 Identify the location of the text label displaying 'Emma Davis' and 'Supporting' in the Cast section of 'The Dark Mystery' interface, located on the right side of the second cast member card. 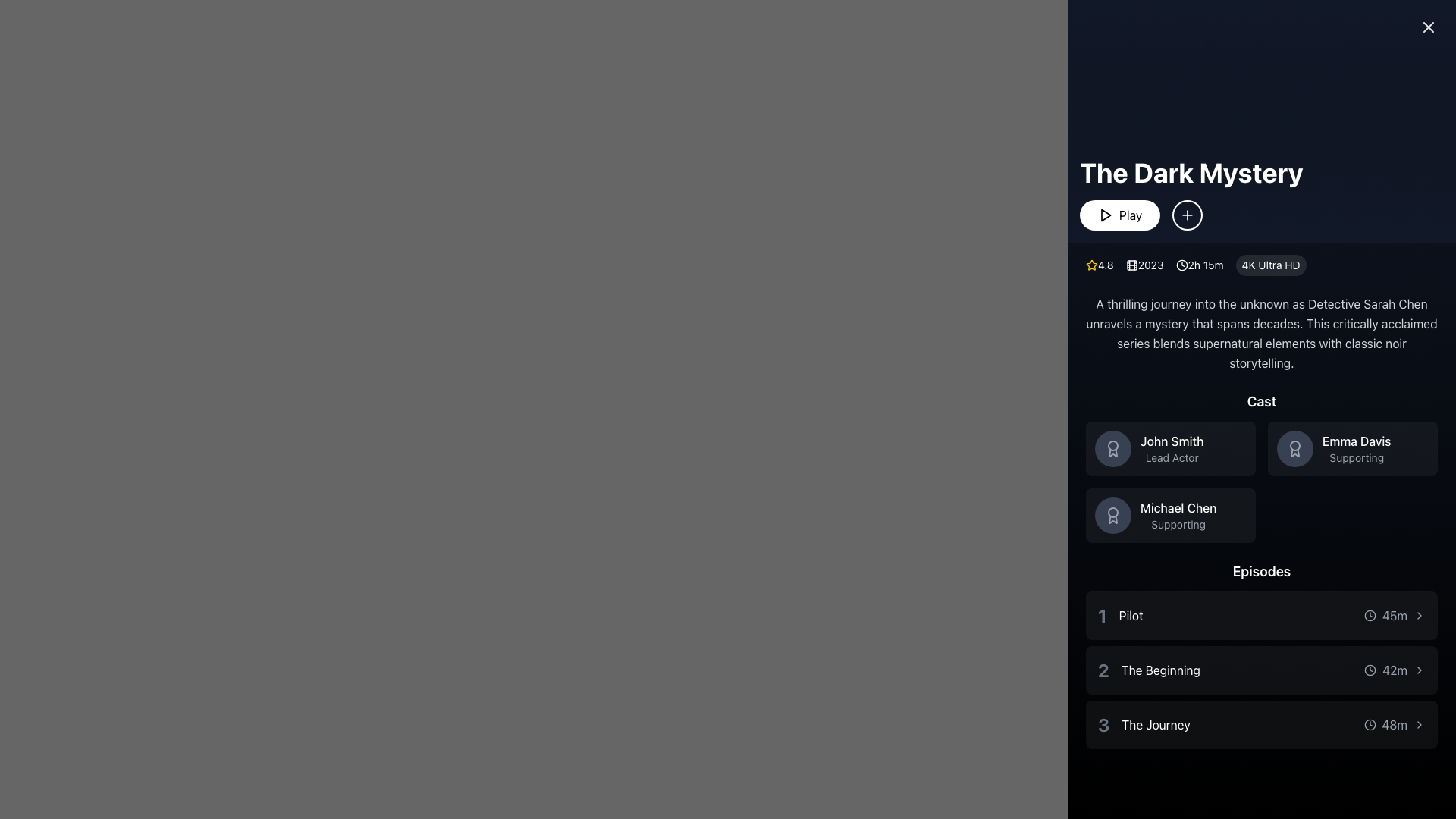
(1357, 447).